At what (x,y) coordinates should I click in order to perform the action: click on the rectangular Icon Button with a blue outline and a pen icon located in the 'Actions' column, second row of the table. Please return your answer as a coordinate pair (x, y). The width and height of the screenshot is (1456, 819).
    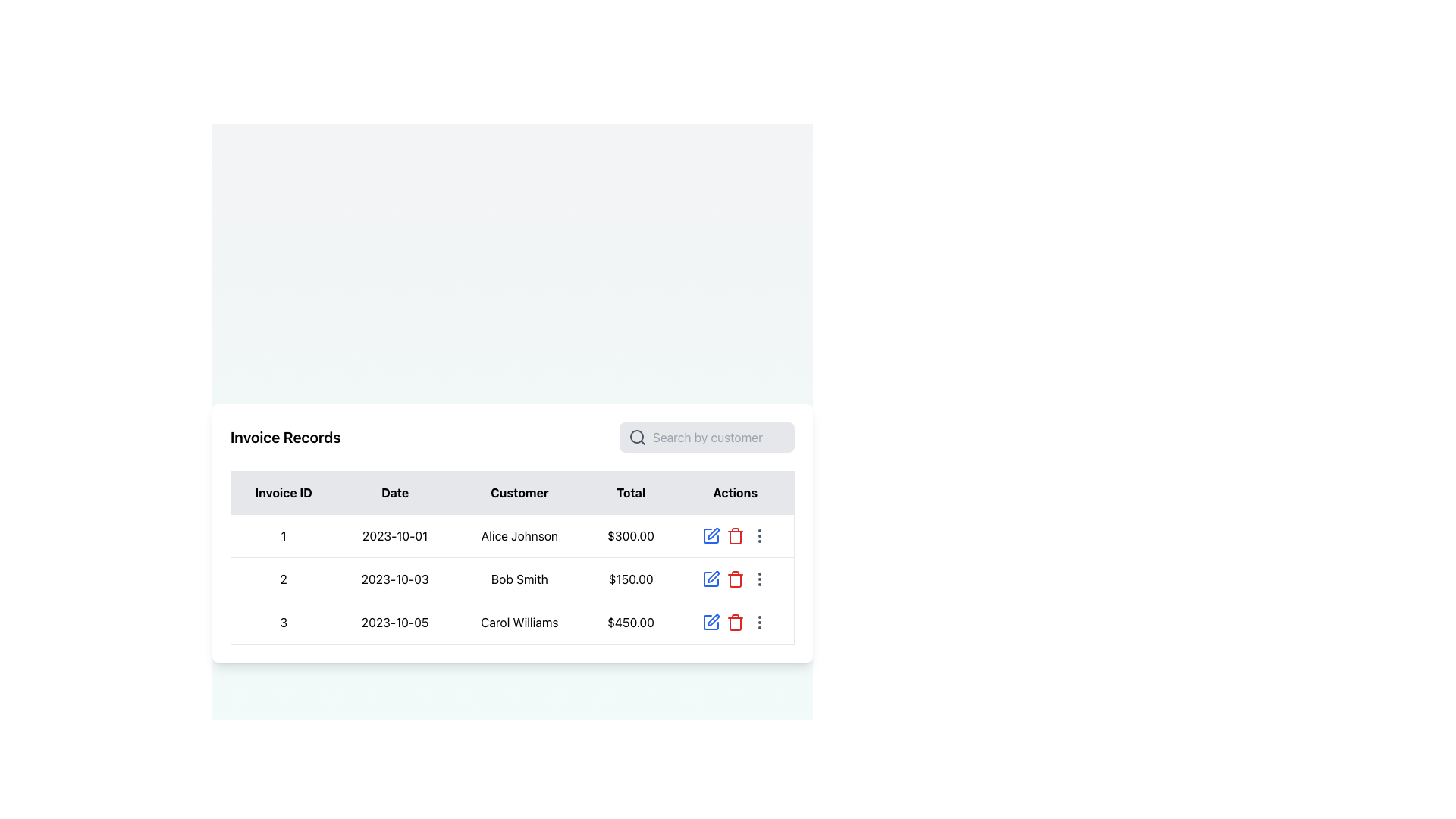
    Looking at the image, I should click on (710, 579).